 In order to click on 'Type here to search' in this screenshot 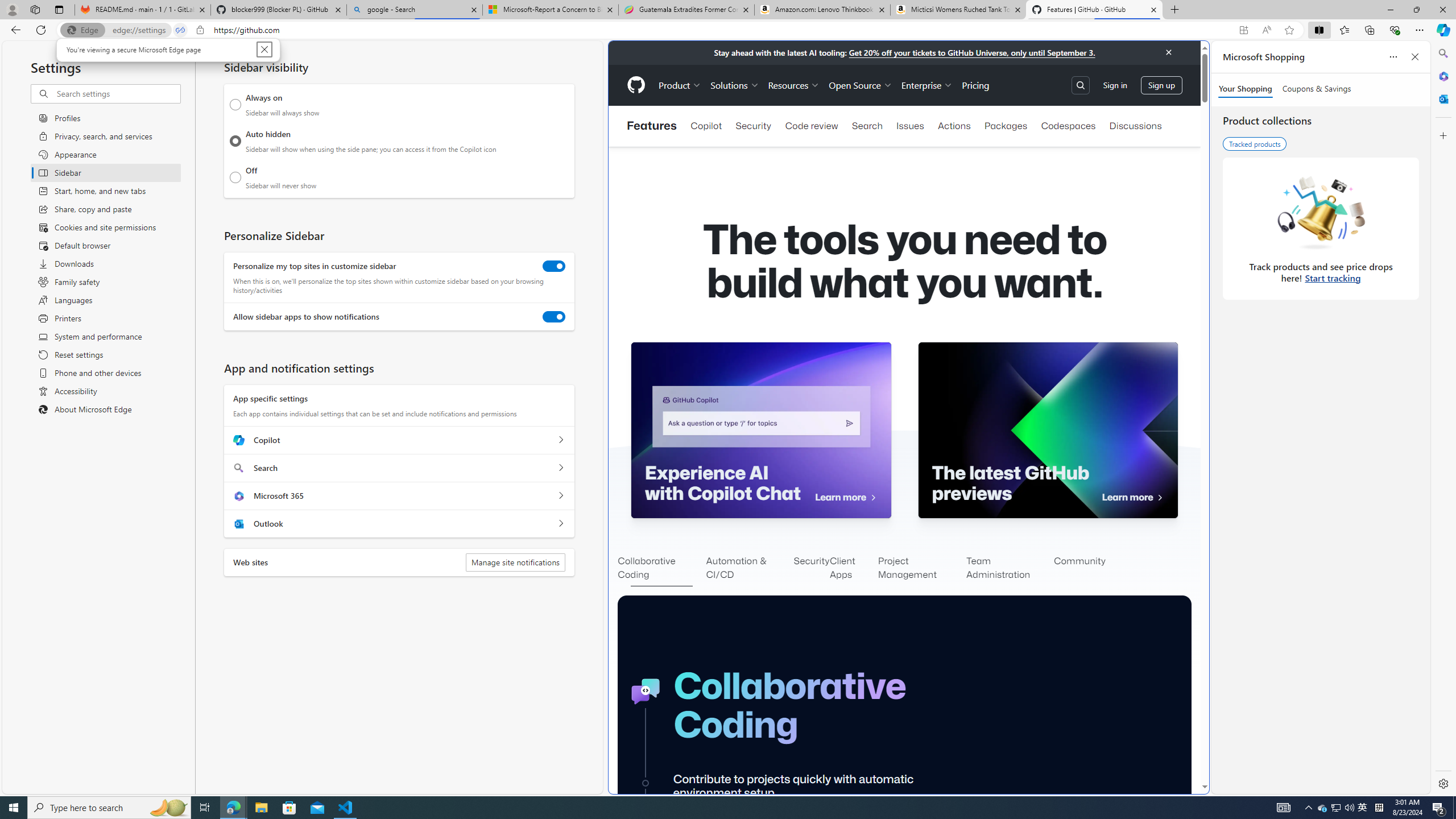, I will do `click(109, 806)`.